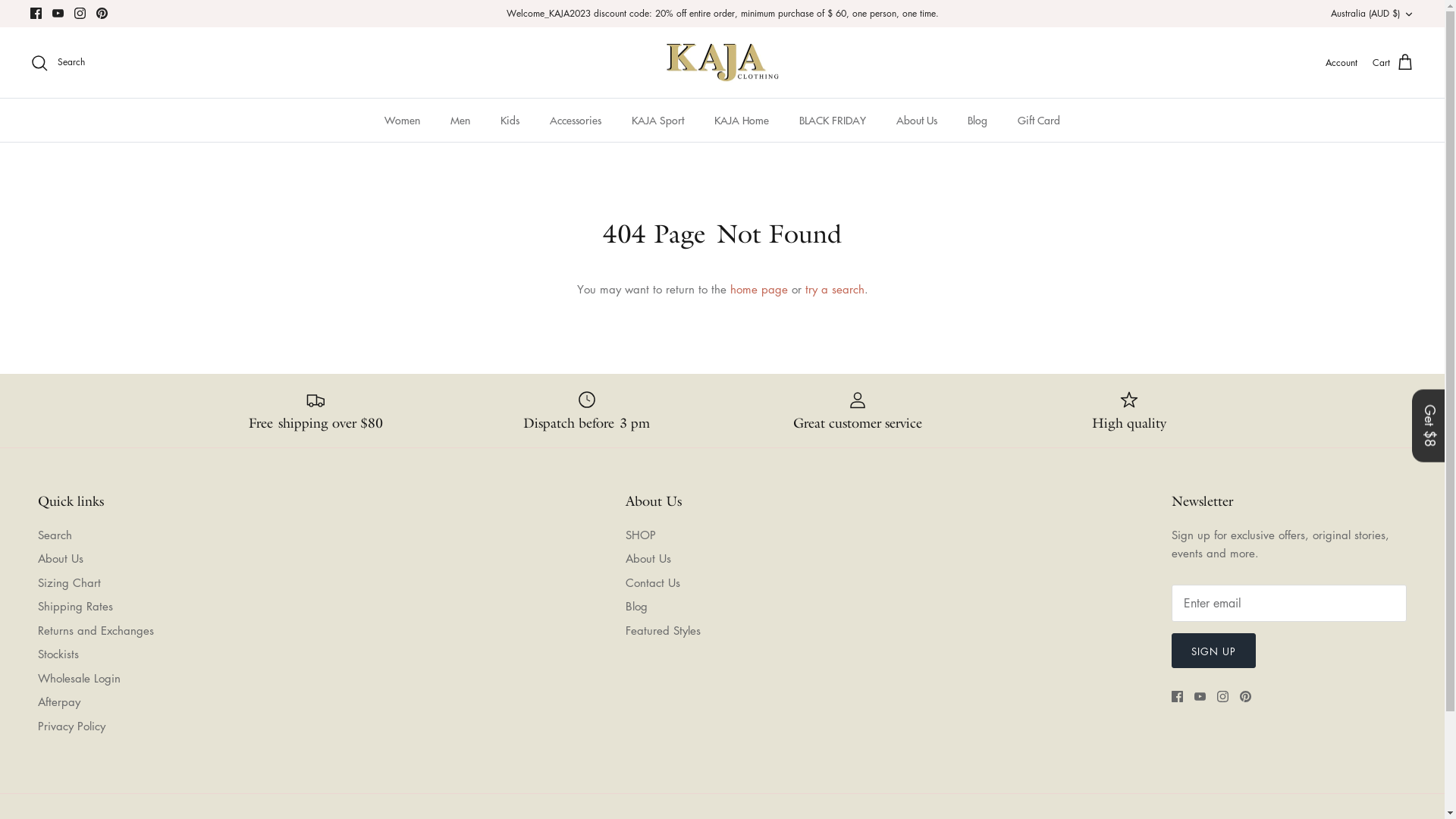 The width and height of the screenshot is (1456, 819). What do you see at coordinates (1341, 61) in the screenshot?
I see `'Account'` at bounding box center [1341, 61].